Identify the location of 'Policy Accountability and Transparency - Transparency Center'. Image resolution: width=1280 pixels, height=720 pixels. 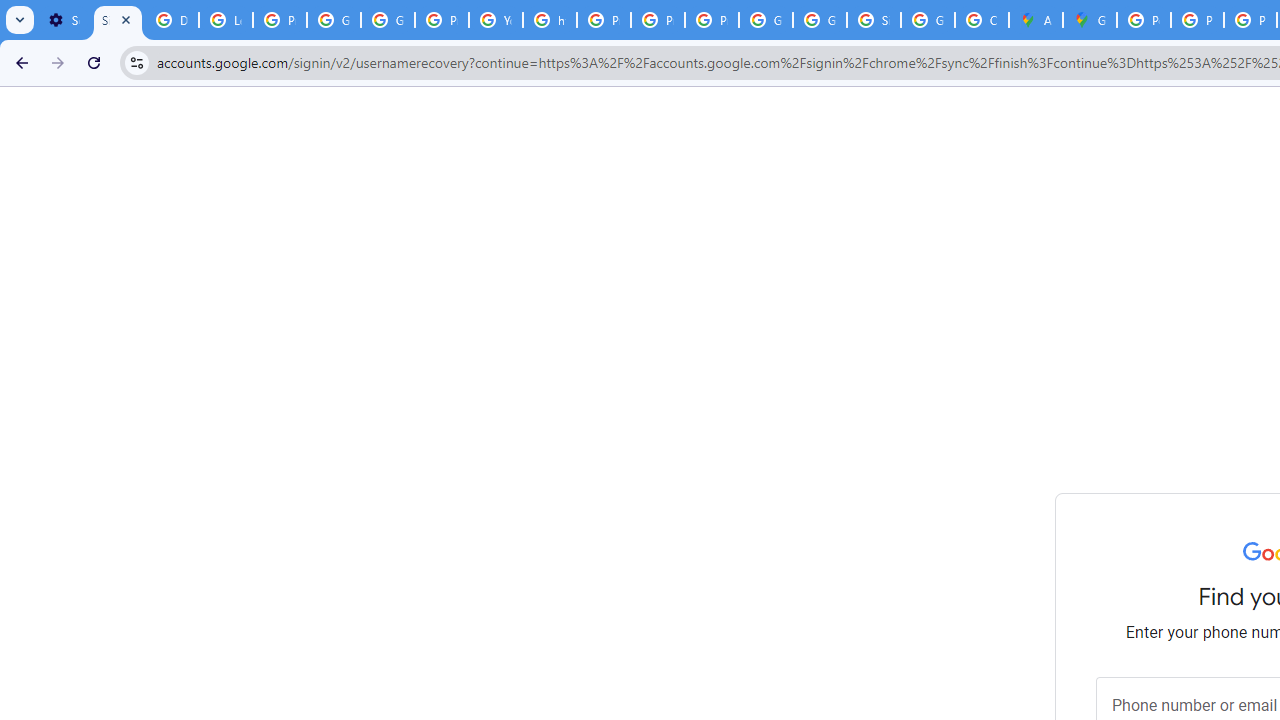
(1144, 20).